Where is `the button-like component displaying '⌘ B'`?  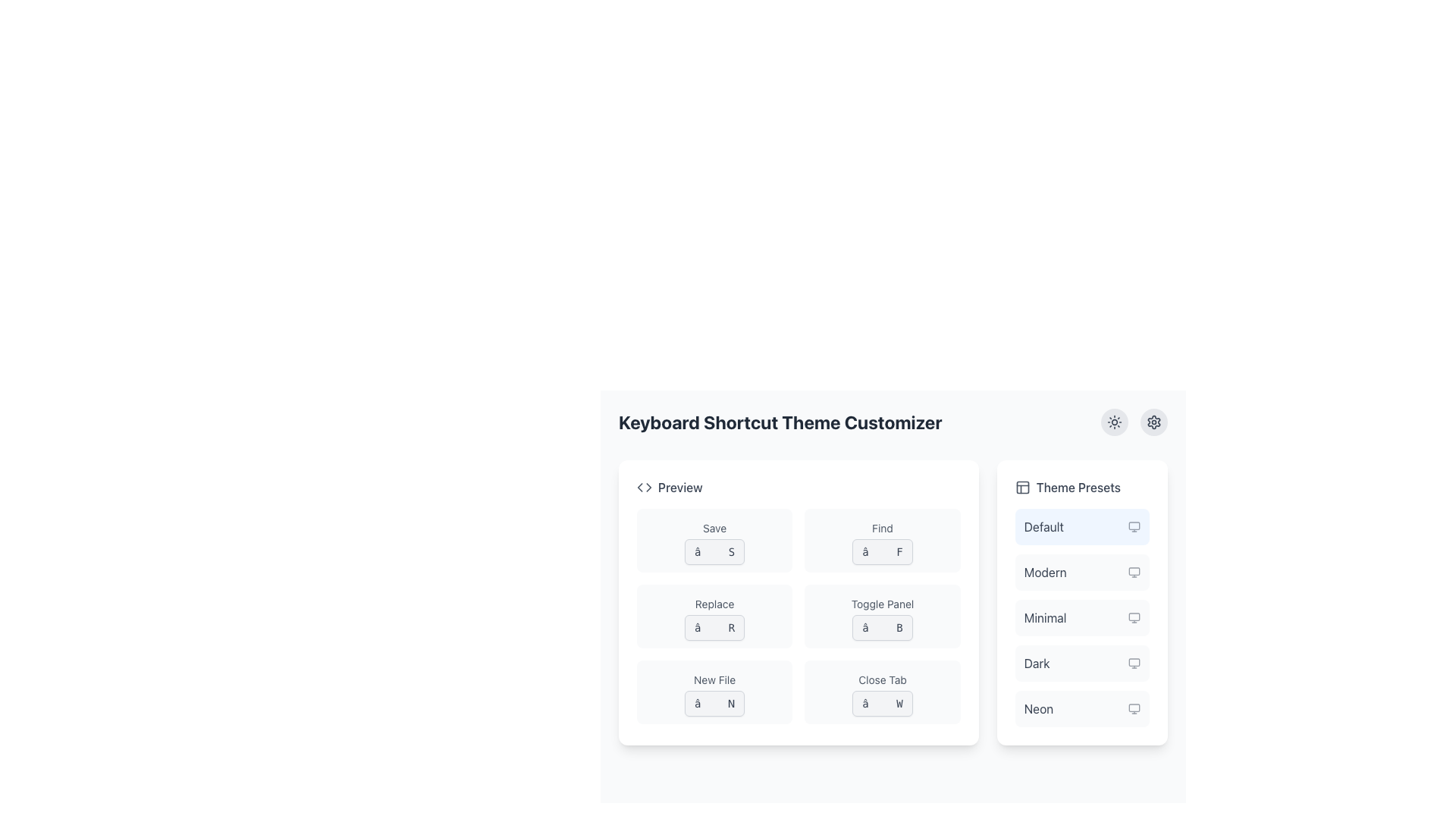
the button-like component displaying '⌘ B' is located at coordinates (882, 628).